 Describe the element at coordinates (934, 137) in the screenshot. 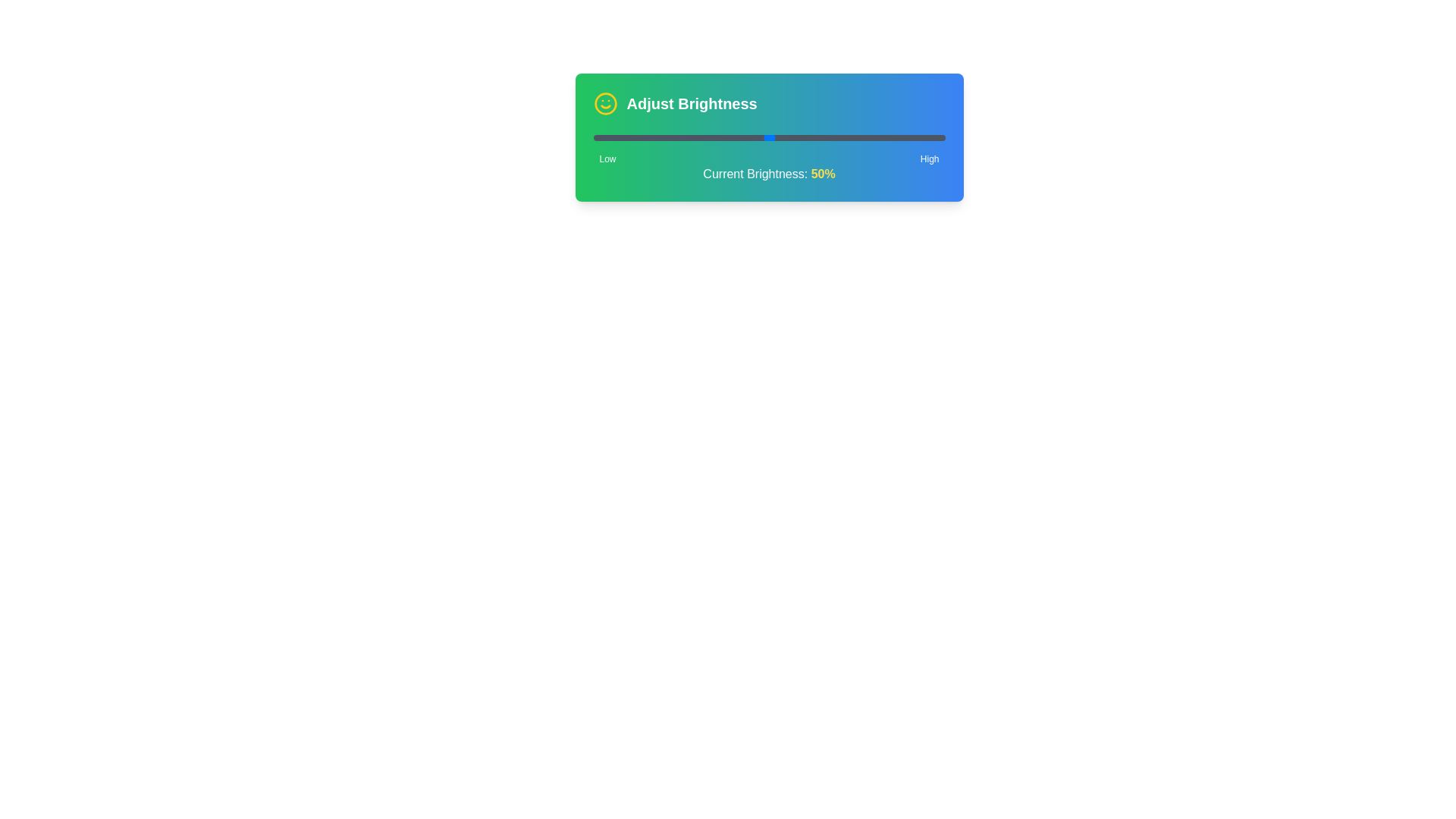

I see `the brightness slider to 97% to observe the visual representation of brightness levels` at that location.